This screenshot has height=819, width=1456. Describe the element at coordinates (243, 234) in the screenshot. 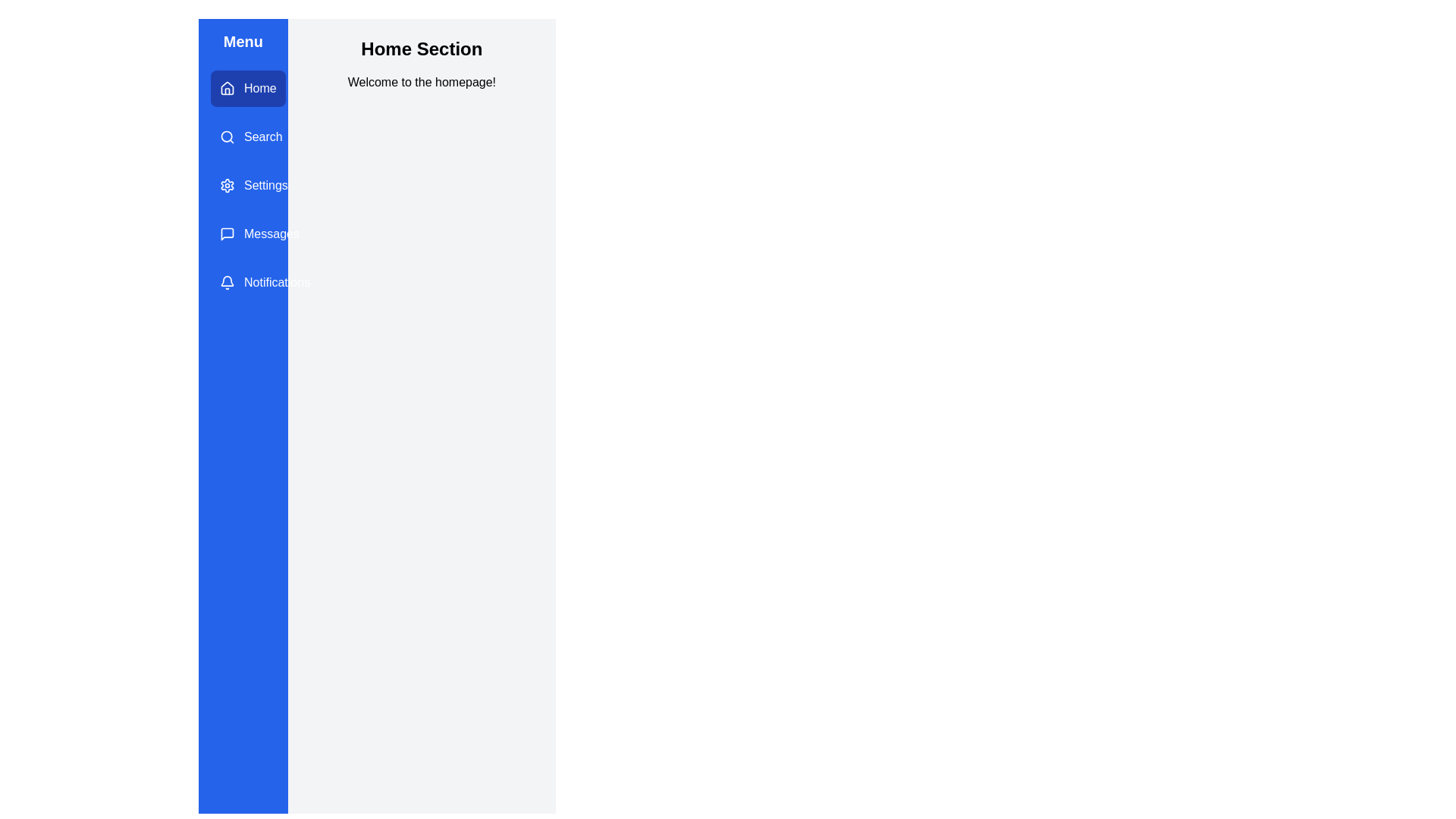

I see `the 'Messages' menu item in the vertical navigation bar, which has a speech bubble icon and is located below 'Settings' and above 'Notifications'` at that location.